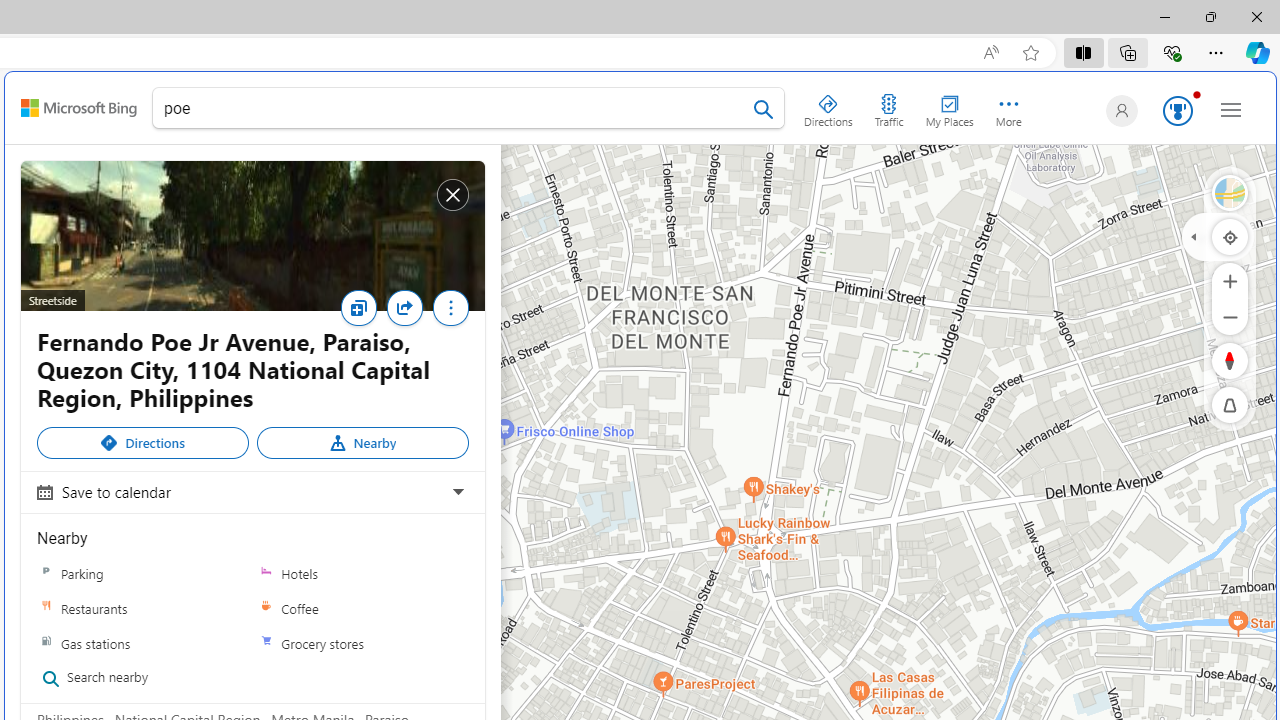 The width and height of the screenshot is (1280, 720). What do you see at coordinates (1230, 109) in the screenshot?
I see `'Settings and quick links'` at bounding box center [1230, 109].